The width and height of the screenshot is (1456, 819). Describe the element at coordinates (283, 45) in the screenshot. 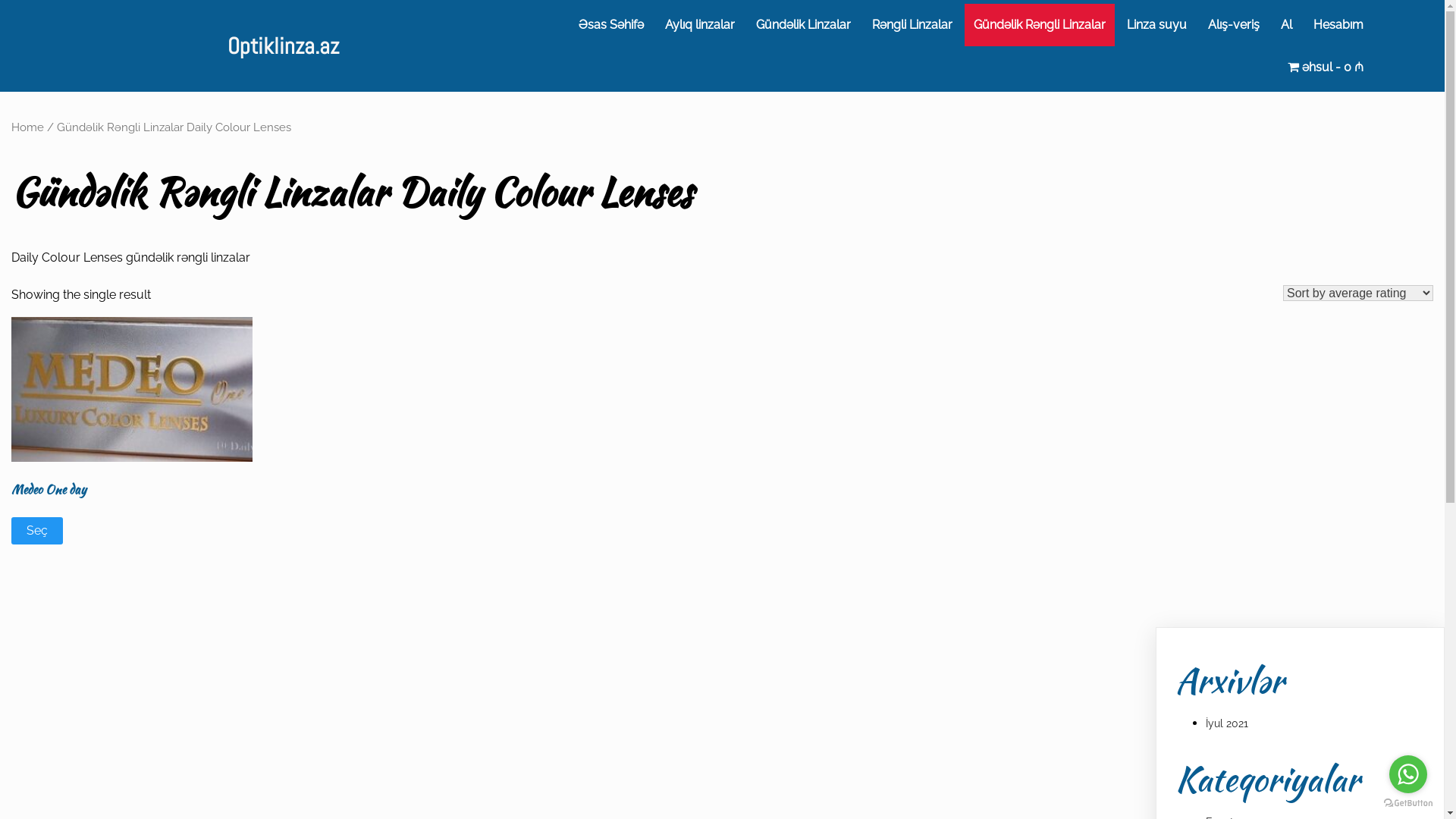

I see `'Optiklinza.az'` at that location.